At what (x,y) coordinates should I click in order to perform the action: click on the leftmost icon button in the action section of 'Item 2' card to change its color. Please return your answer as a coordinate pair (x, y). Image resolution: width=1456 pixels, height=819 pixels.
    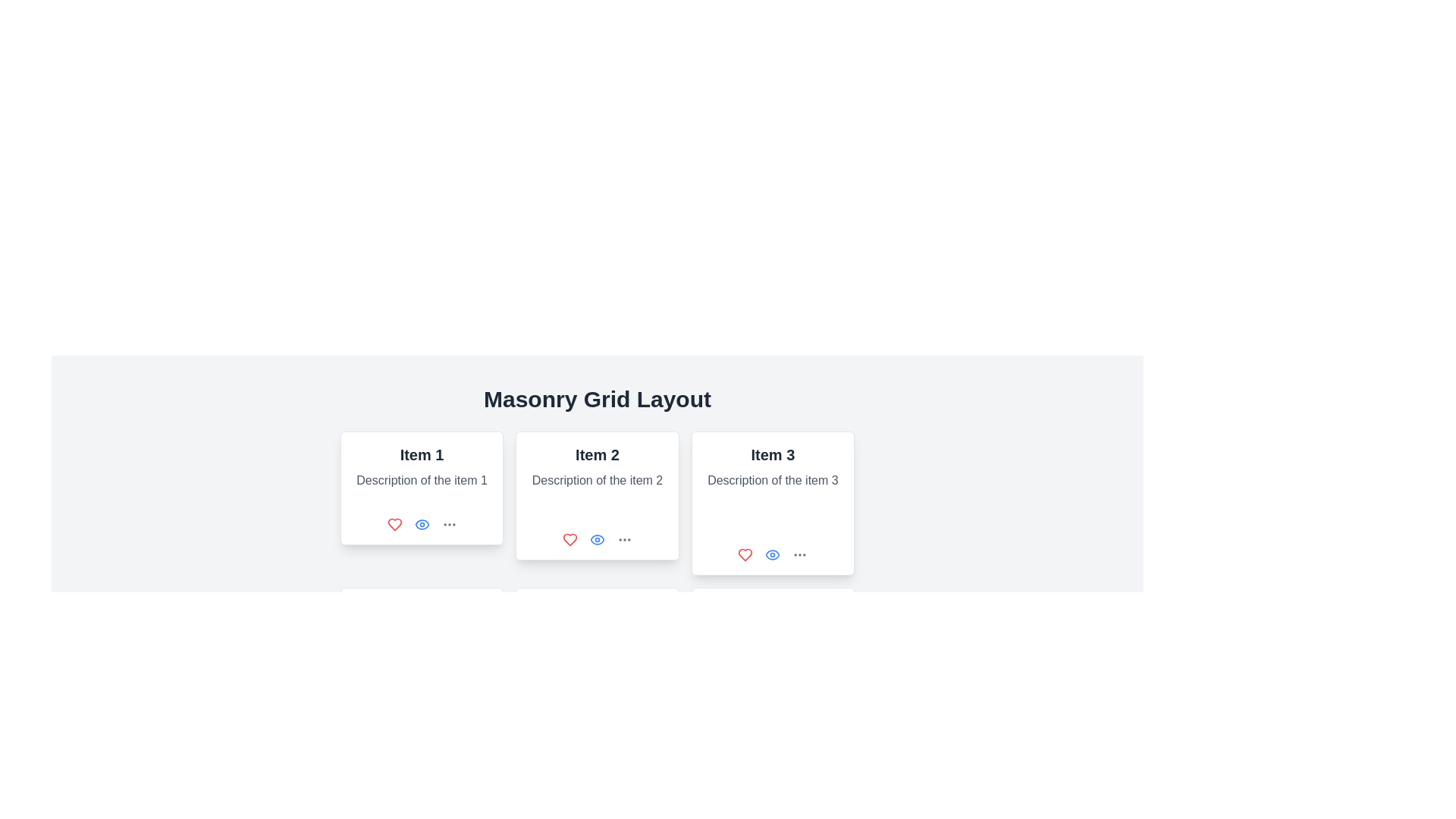
    Looking at the image, I should click on (570, 539).